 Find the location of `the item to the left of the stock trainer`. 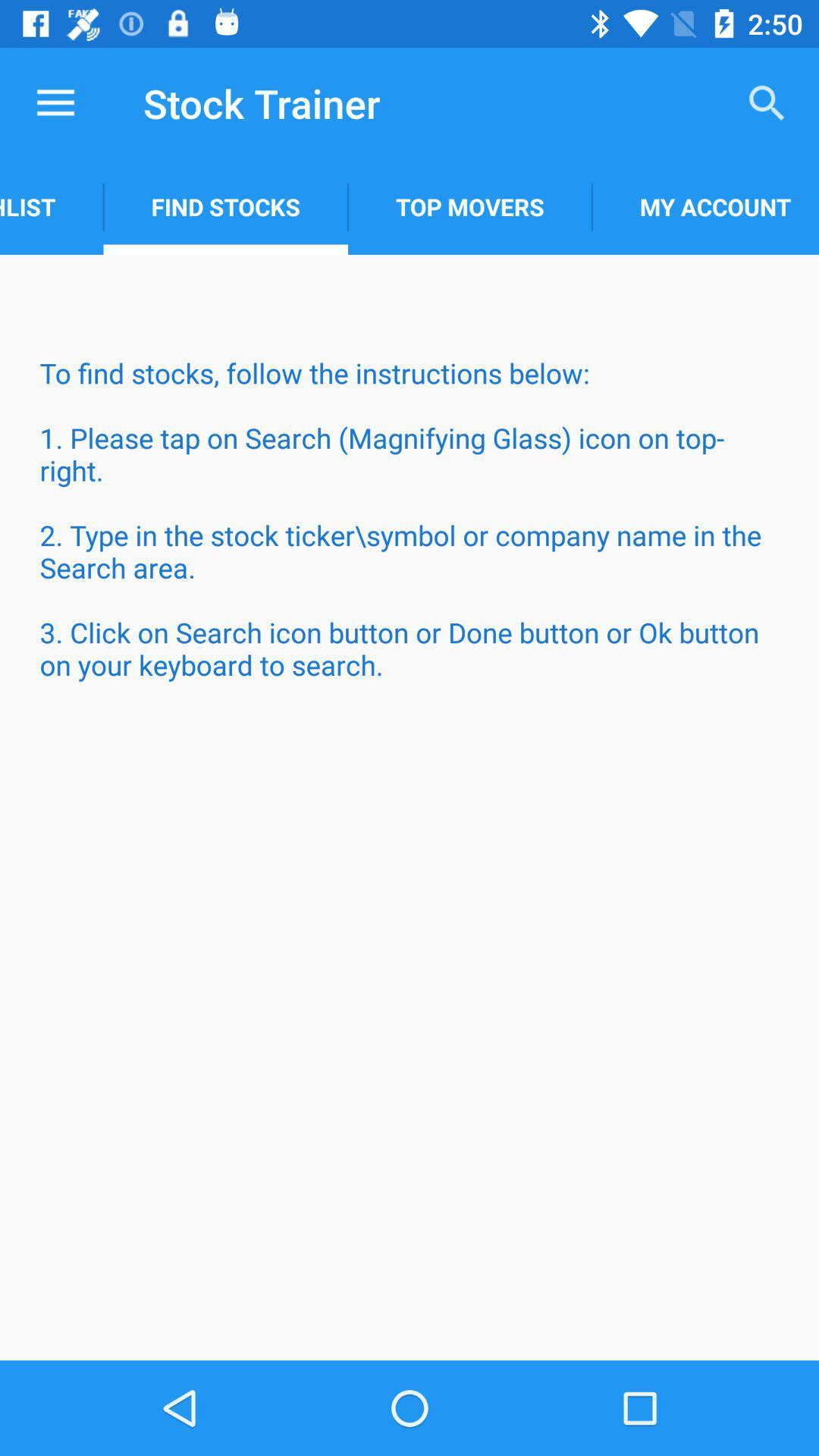

the item to the left of the stock trainer is located at coordinates (55, 102).